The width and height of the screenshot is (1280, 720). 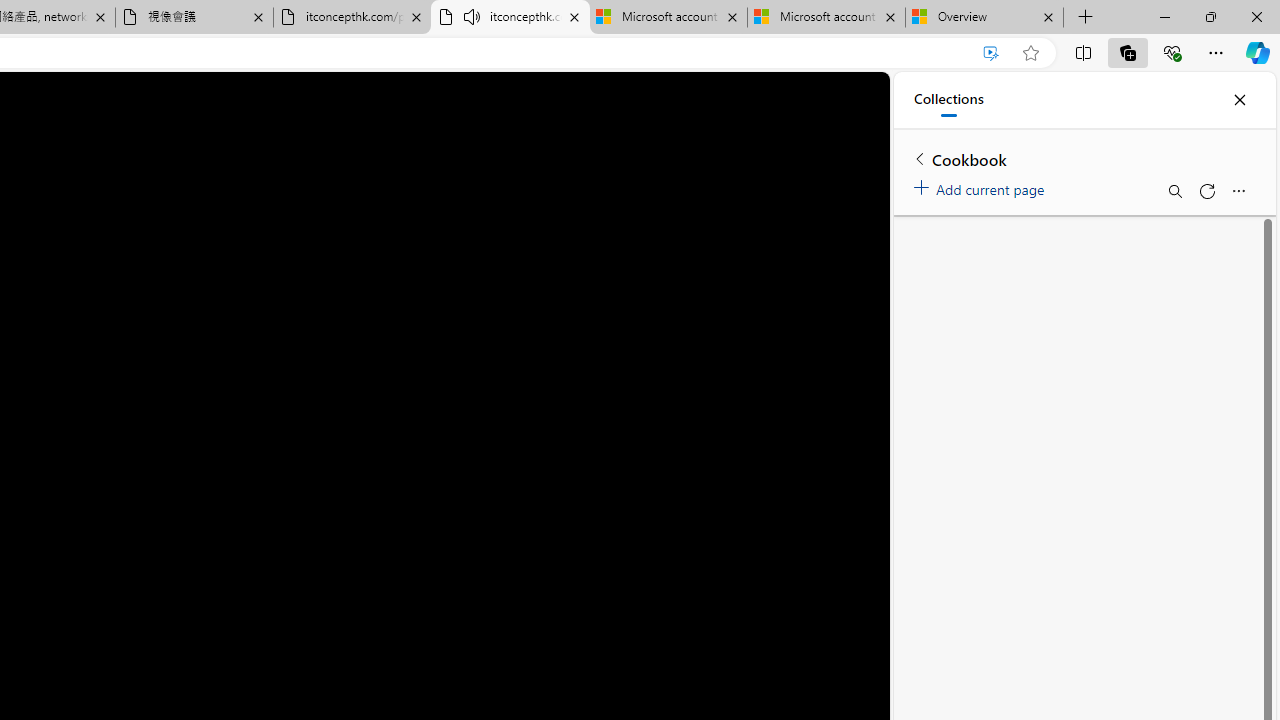 I want to click on 'Overview', so click(x=984, y=17).